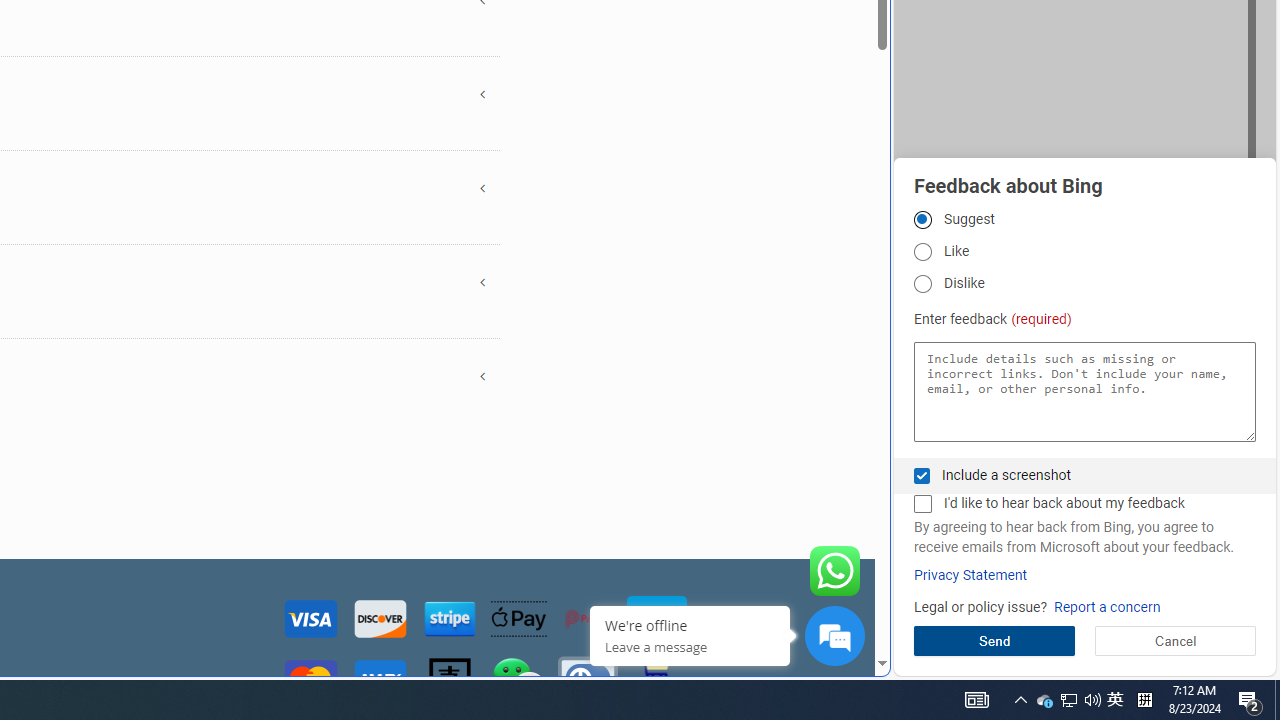 The image size is (1280, 720). Describe the element at coordinates (994, 640) in the screenshot. I see `'Send'` at that location.